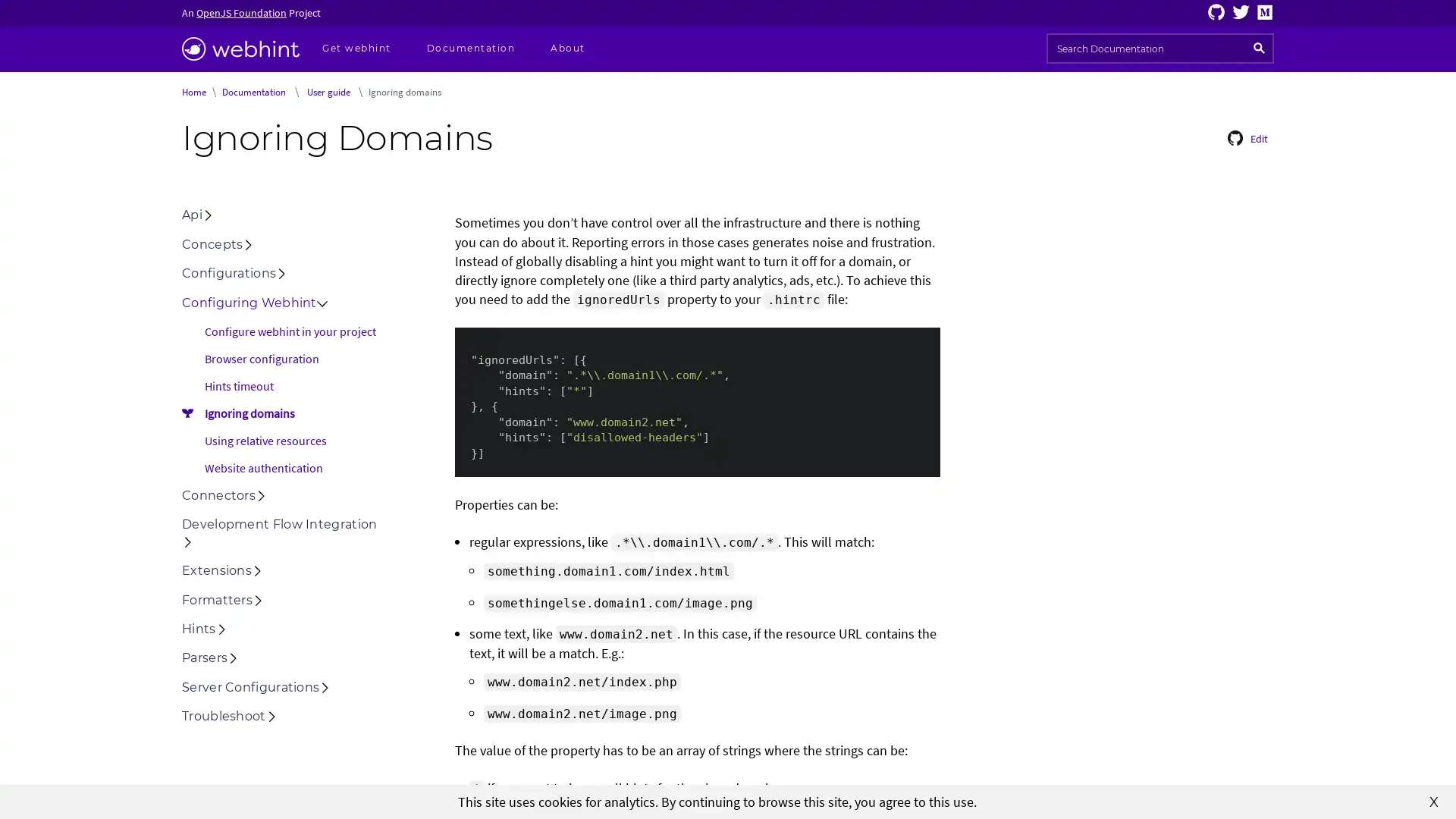 The width and height of the screenshot is (1456, 819). I want to click on search, so click(1259, 48).